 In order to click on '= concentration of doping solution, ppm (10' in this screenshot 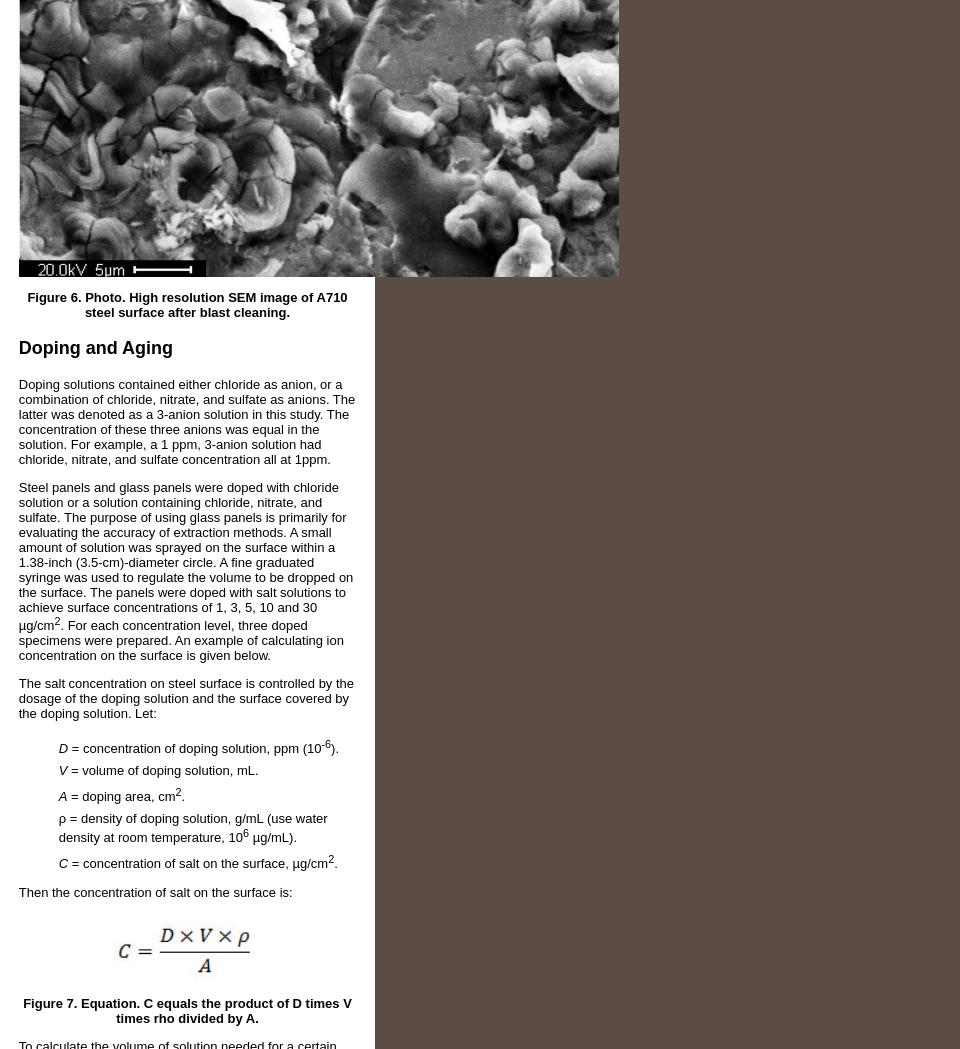, I will do `click(194, 747)`.